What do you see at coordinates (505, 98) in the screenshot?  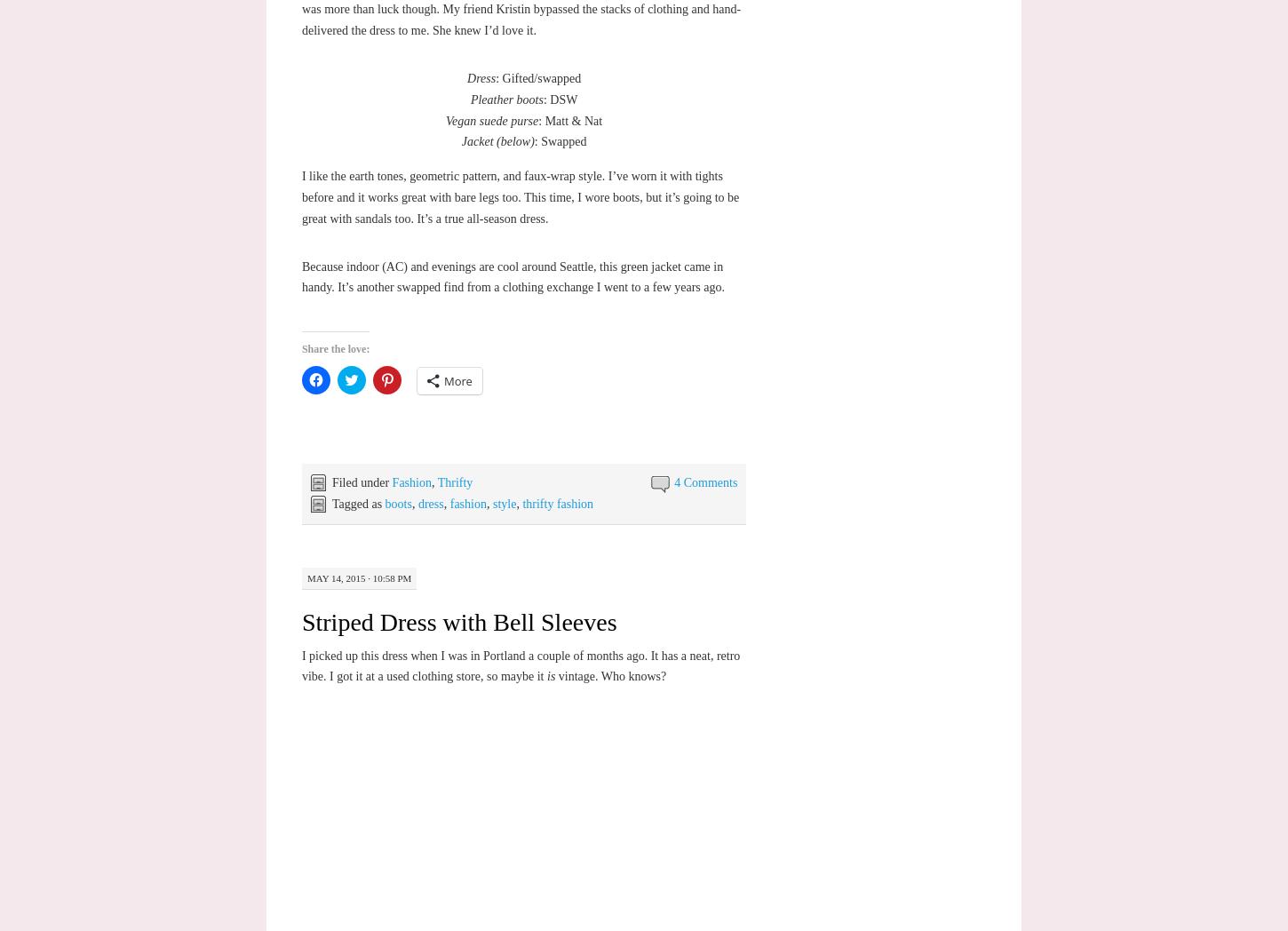 I see `'Pleather boots'` at bounding box center [505, 98].